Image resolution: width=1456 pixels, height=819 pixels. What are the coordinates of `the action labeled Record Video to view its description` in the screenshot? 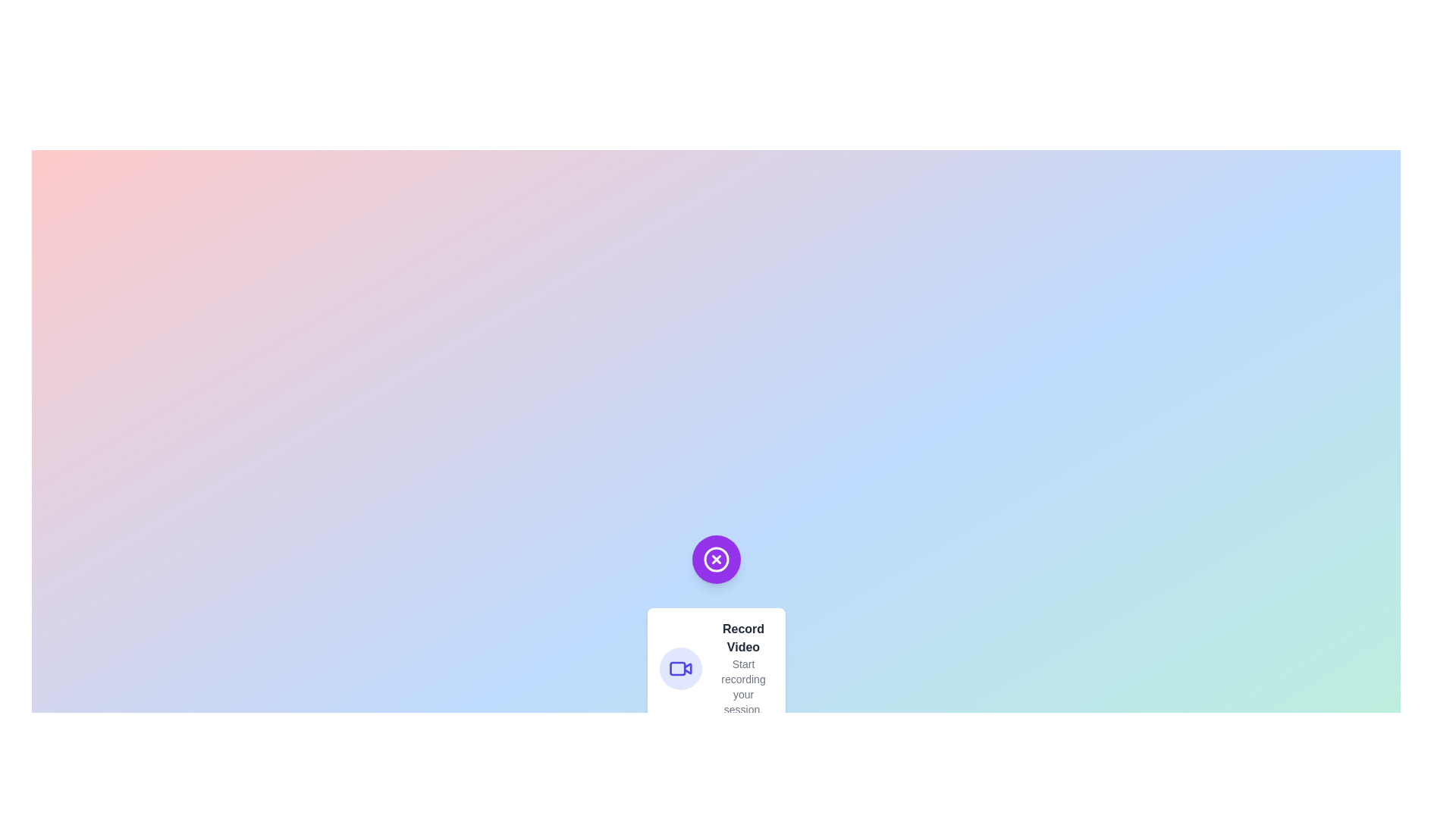 It's located at (715, 668).